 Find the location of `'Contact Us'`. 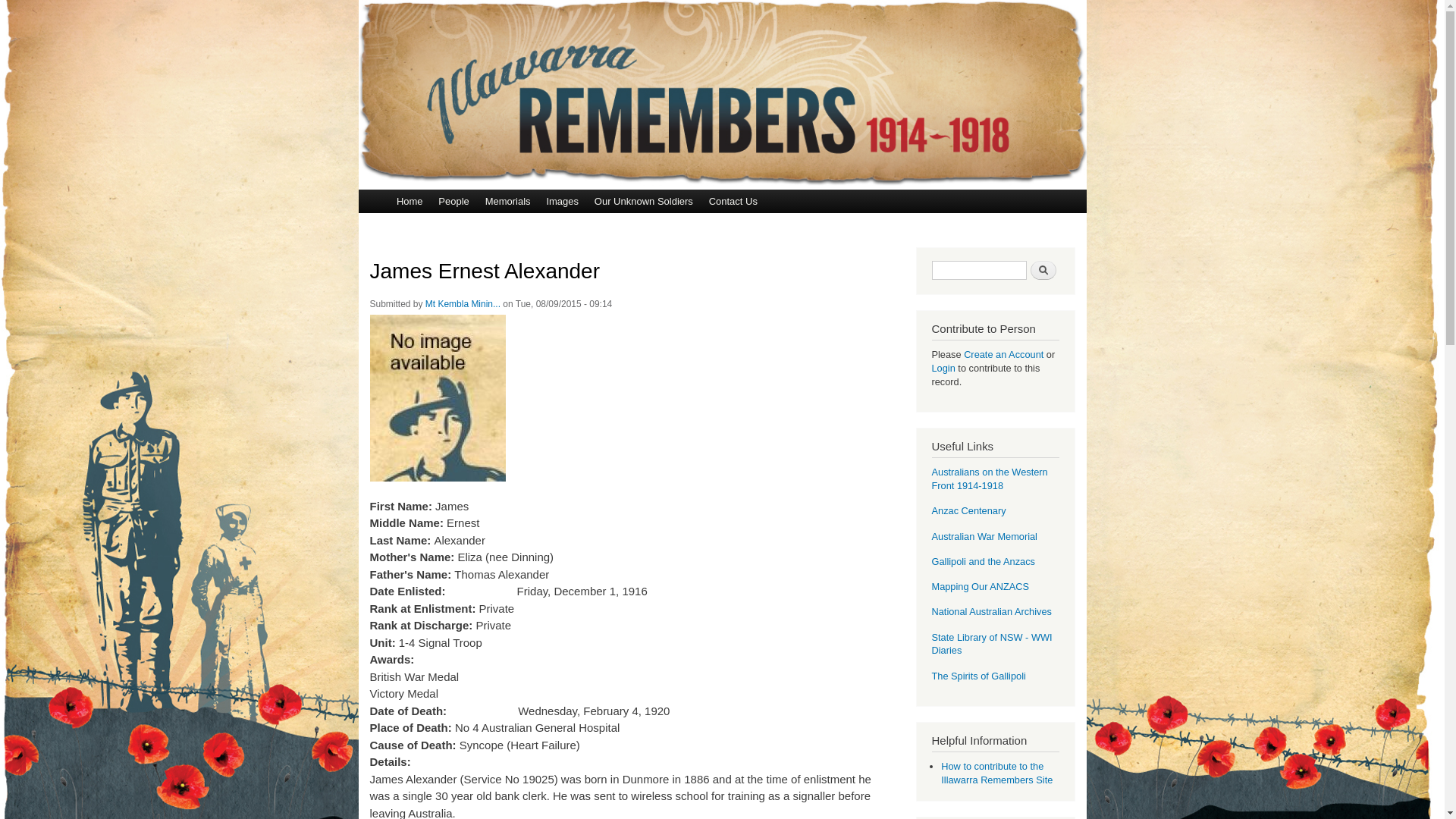

'Contact Us' is located at coordinates (700, 200).